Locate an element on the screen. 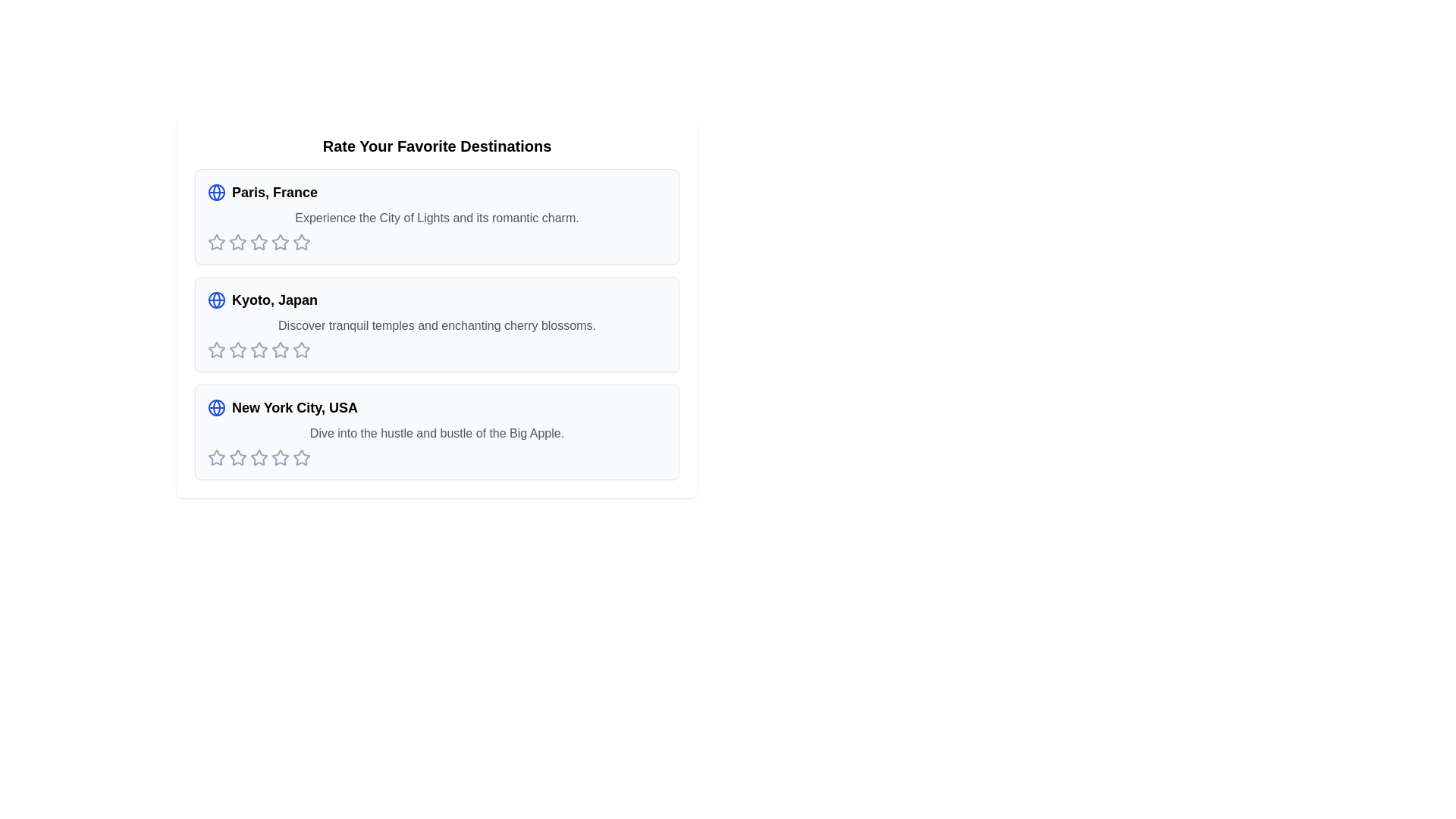 Image resolution: width=1456 pixels, height=819 pixels. the first star icon used for rating purposes located under 'Kyoto, Japan' is located at coordinates (216, 350).